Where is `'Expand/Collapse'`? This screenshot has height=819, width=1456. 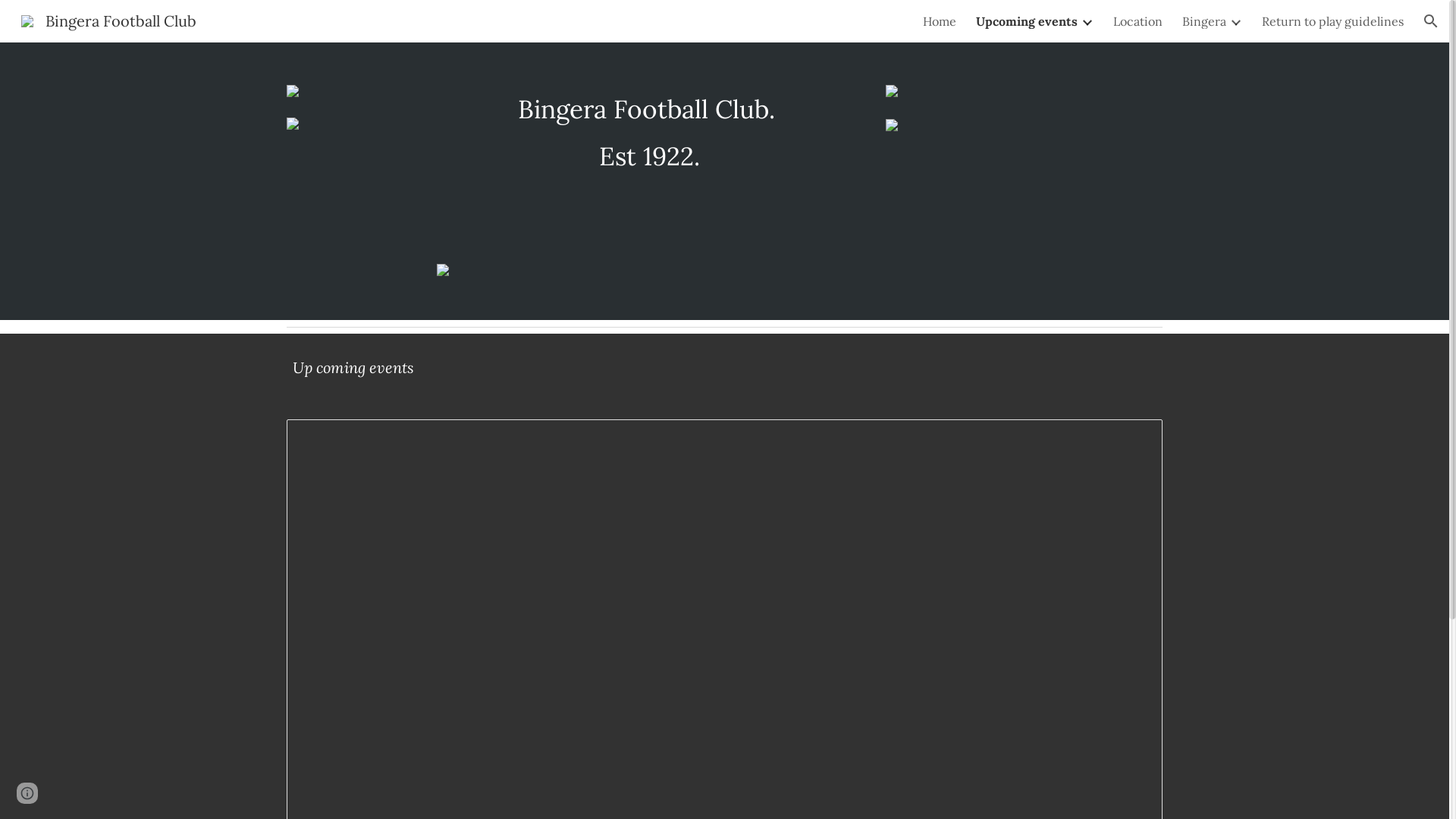
'Expand/Collapse' is located at coordinates (1086, 20).